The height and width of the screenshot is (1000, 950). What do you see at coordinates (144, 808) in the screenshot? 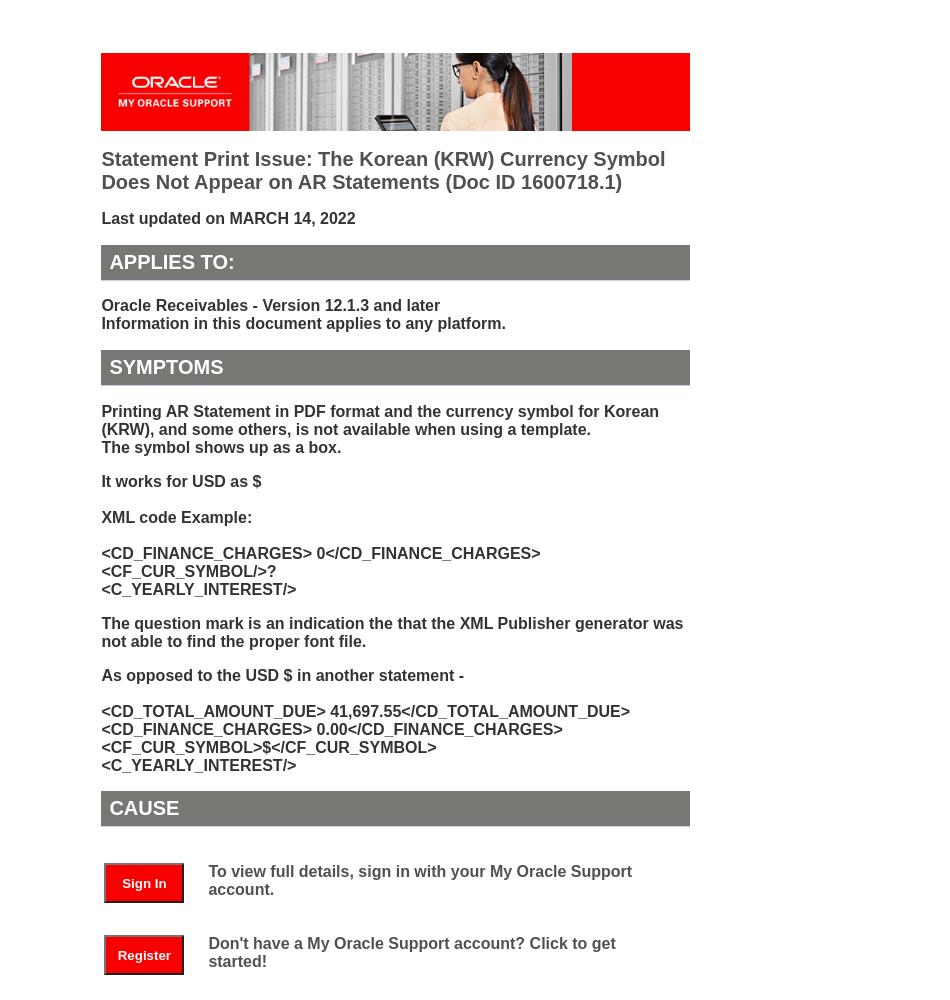
I see `'Cause'` at bounding box center [144, 808].